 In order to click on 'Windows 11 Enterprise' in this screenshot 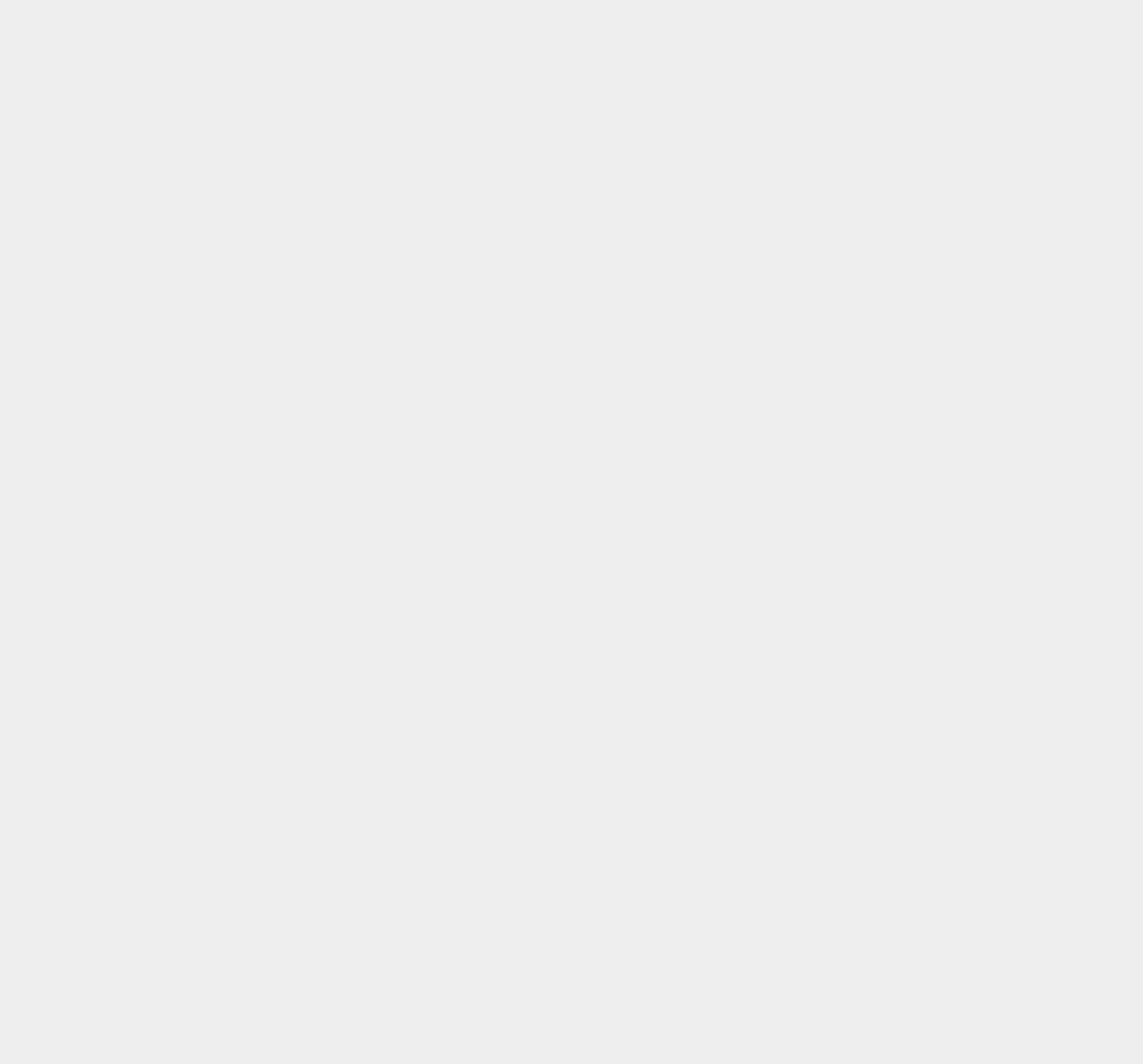, I will do `click(879, 598)`.